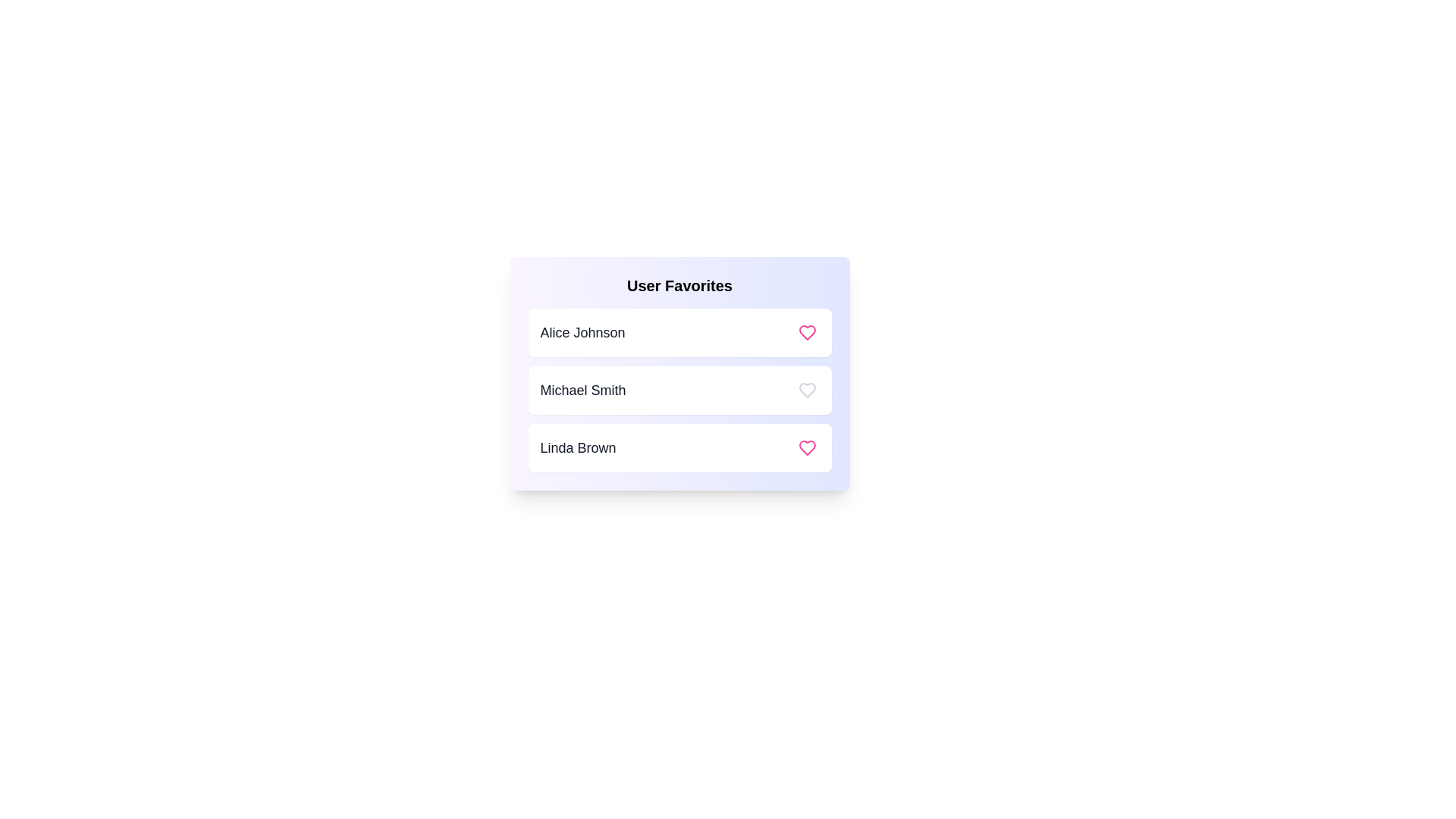 The width and height of the screenshot is (1456, 819). Describe the element at coordinates (679, 390) in the screenshot. I see `the list item with the name Michael Smith` at that location.